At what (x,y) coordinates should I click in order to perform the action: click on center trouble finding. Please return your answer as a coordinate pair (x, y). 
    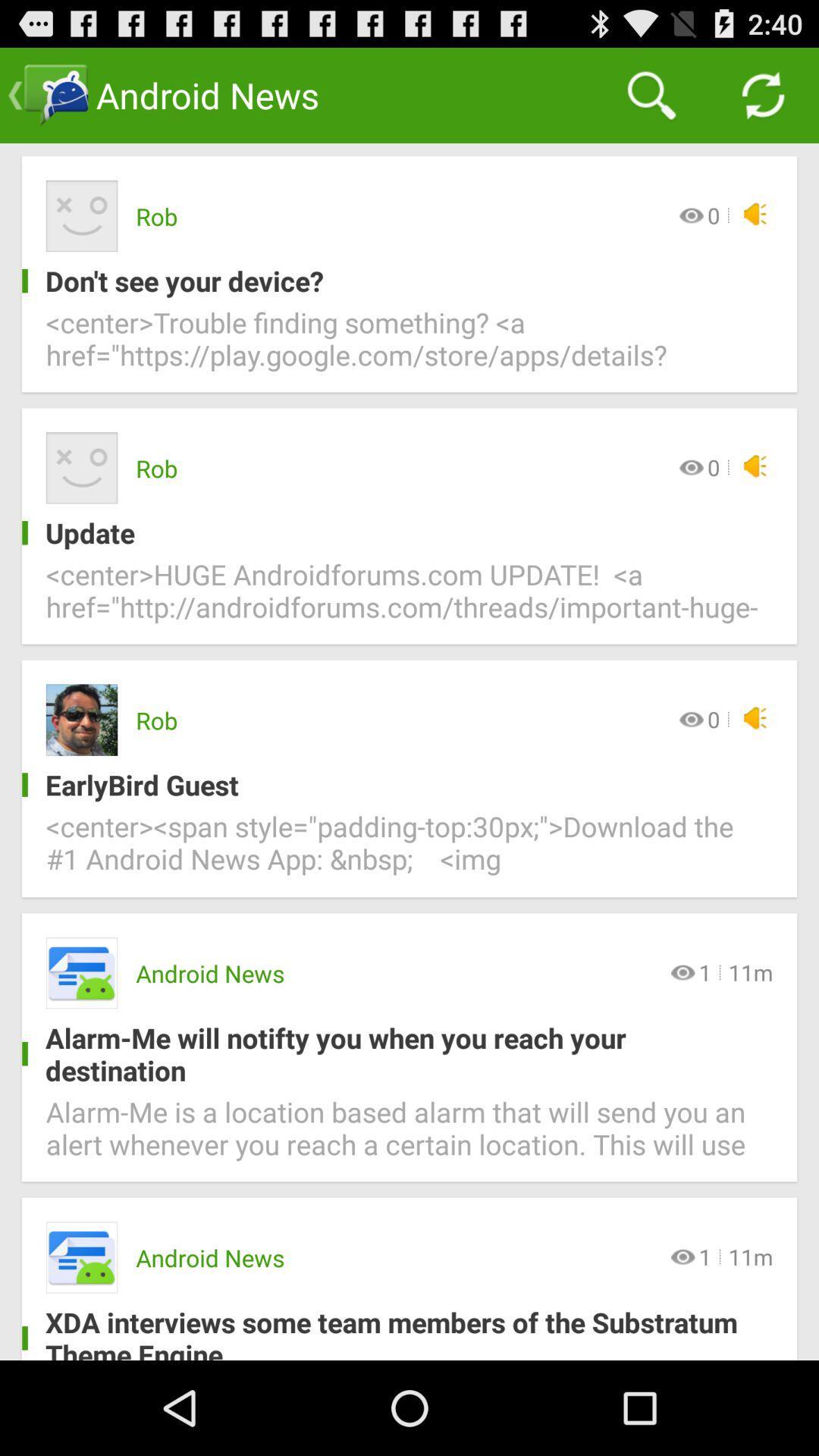
    Looking at the image, I should click on (409, 347).